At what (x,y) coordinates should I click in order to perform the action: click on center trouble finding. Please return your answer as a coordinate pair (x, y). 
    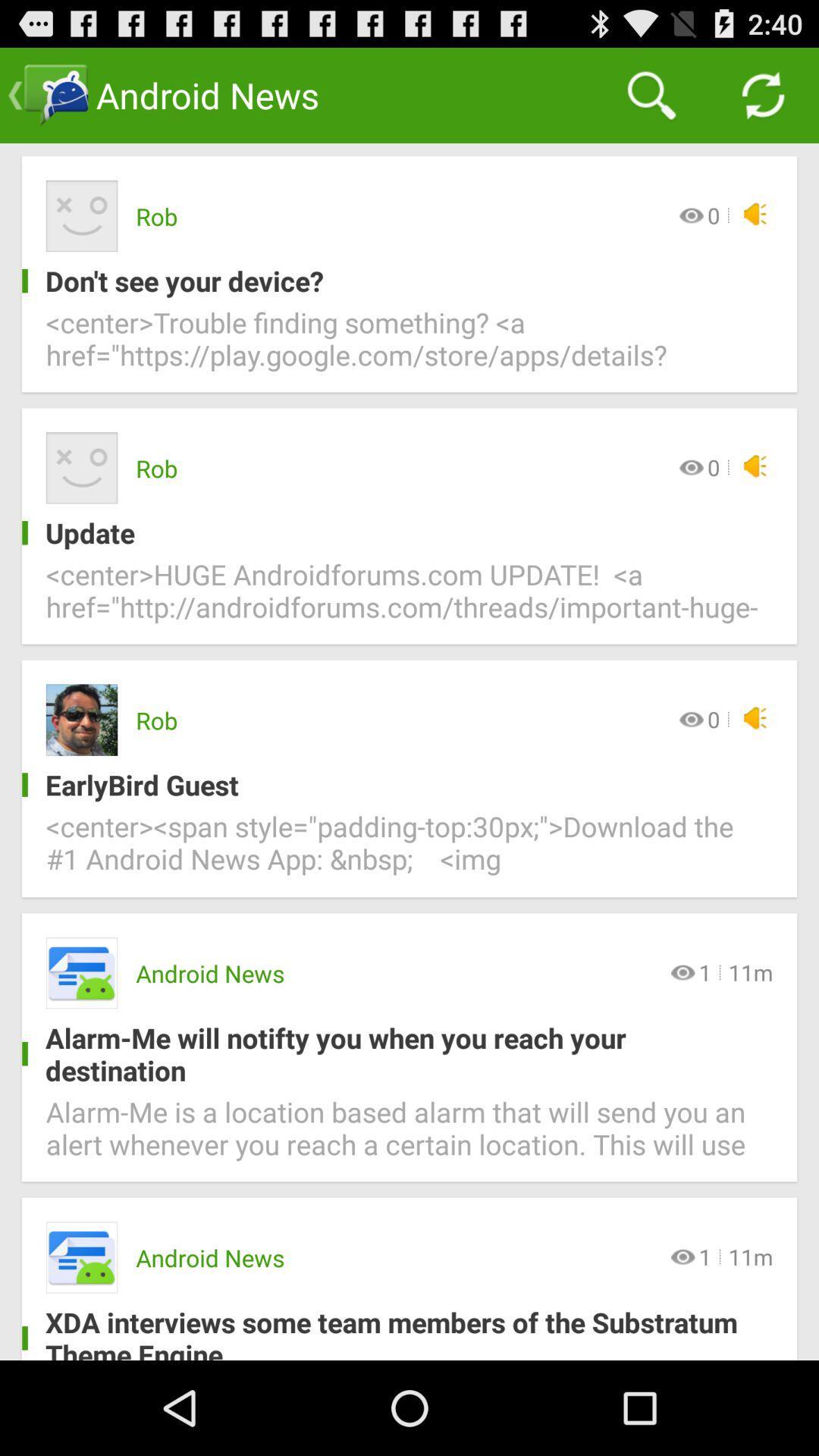
    Looking at the image, I should click on (409, 347).